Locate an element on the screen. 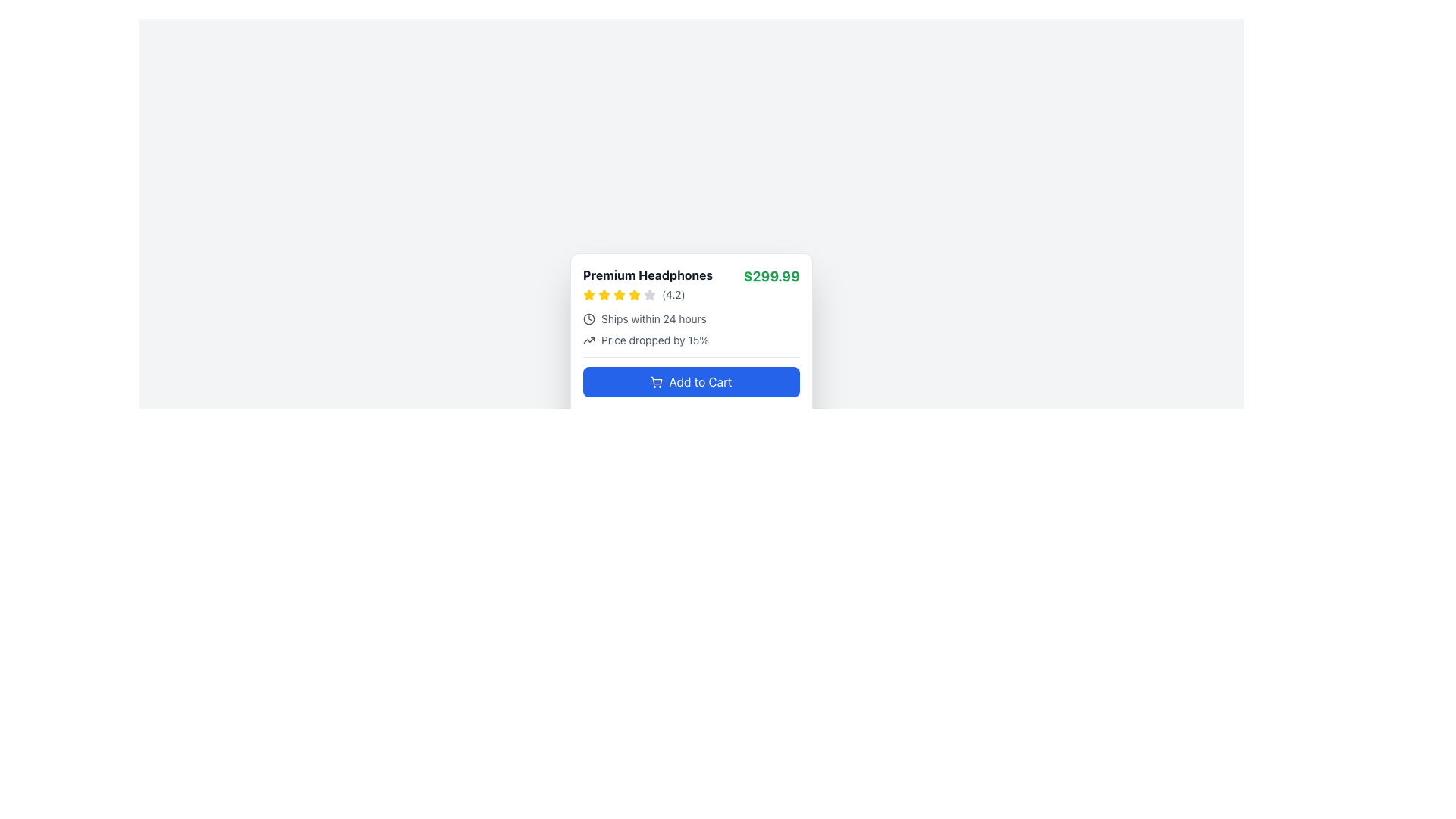 The height and width of the screenshot is (819, 1456). the text element displaying '(4.2)' in the bottom-right corner of the star icons is located at coordinates (673, 295).